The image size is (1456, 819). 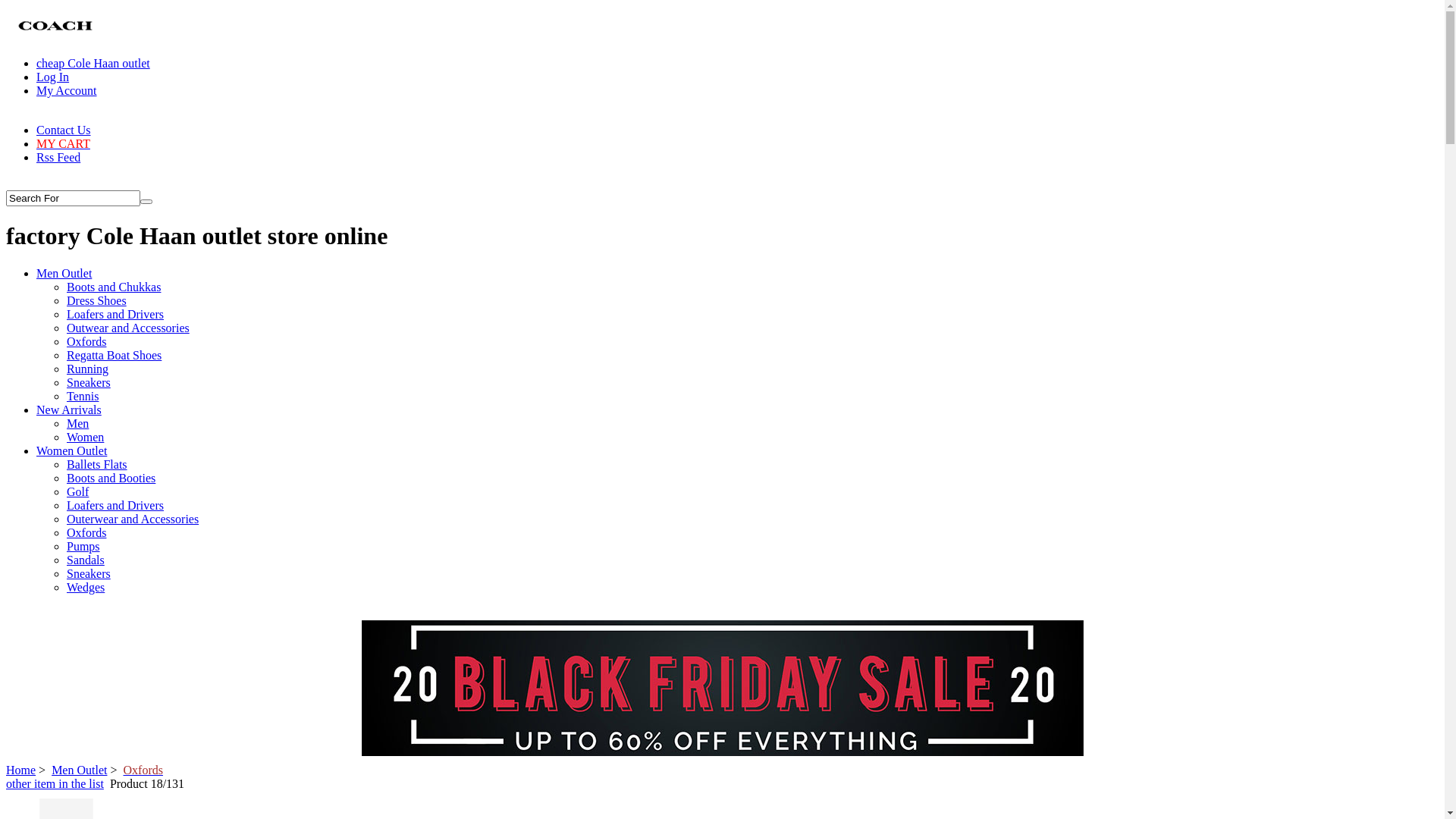 What do you see at coordinates (83, 546) in the screenshot?
I see `'Pumps'` at bounding box center [83, 546].